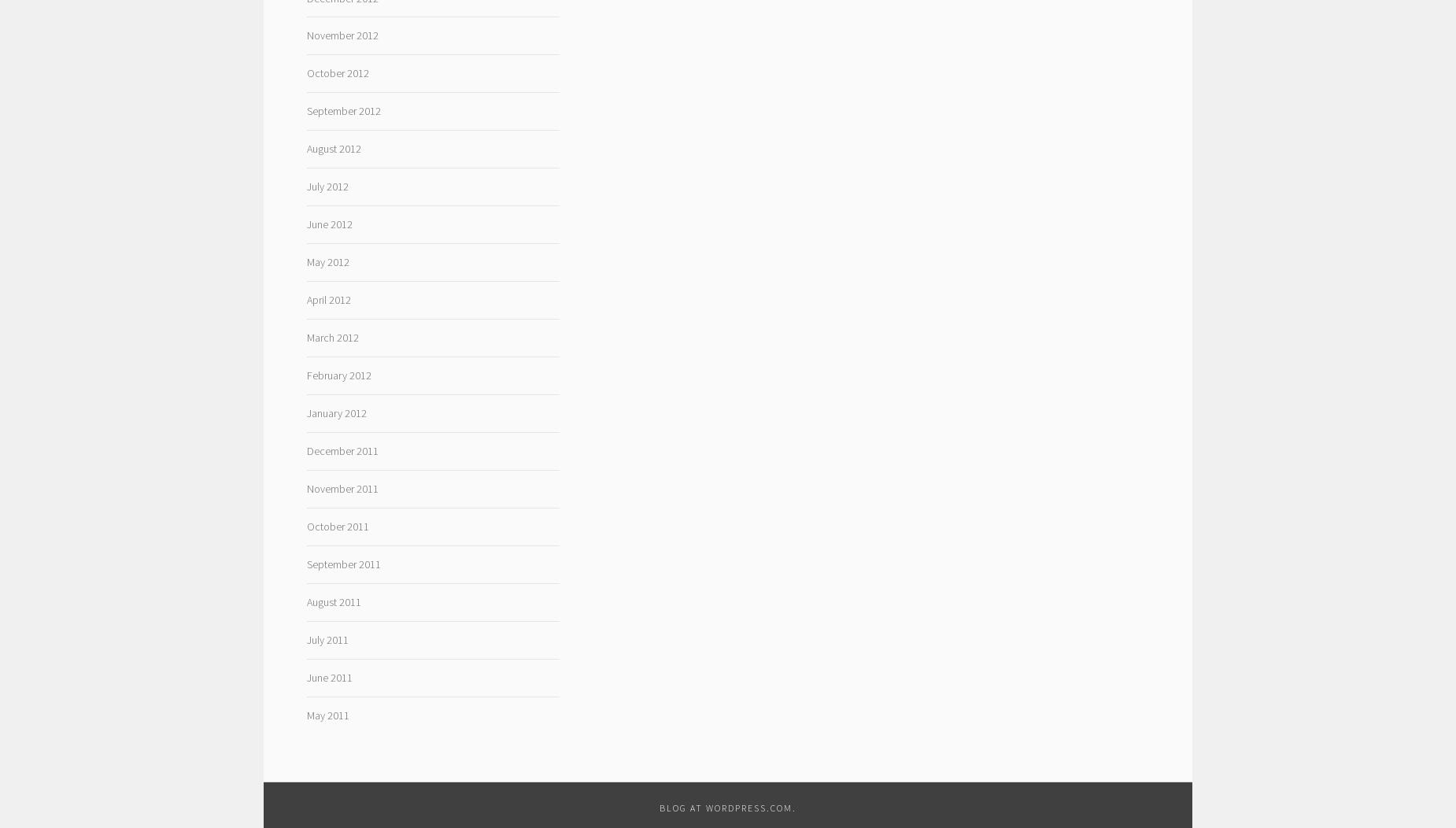  What do you see at coordinates (305, 714) in the screenshot?
I see `'May 2011'` at bounding box center [305, 714].